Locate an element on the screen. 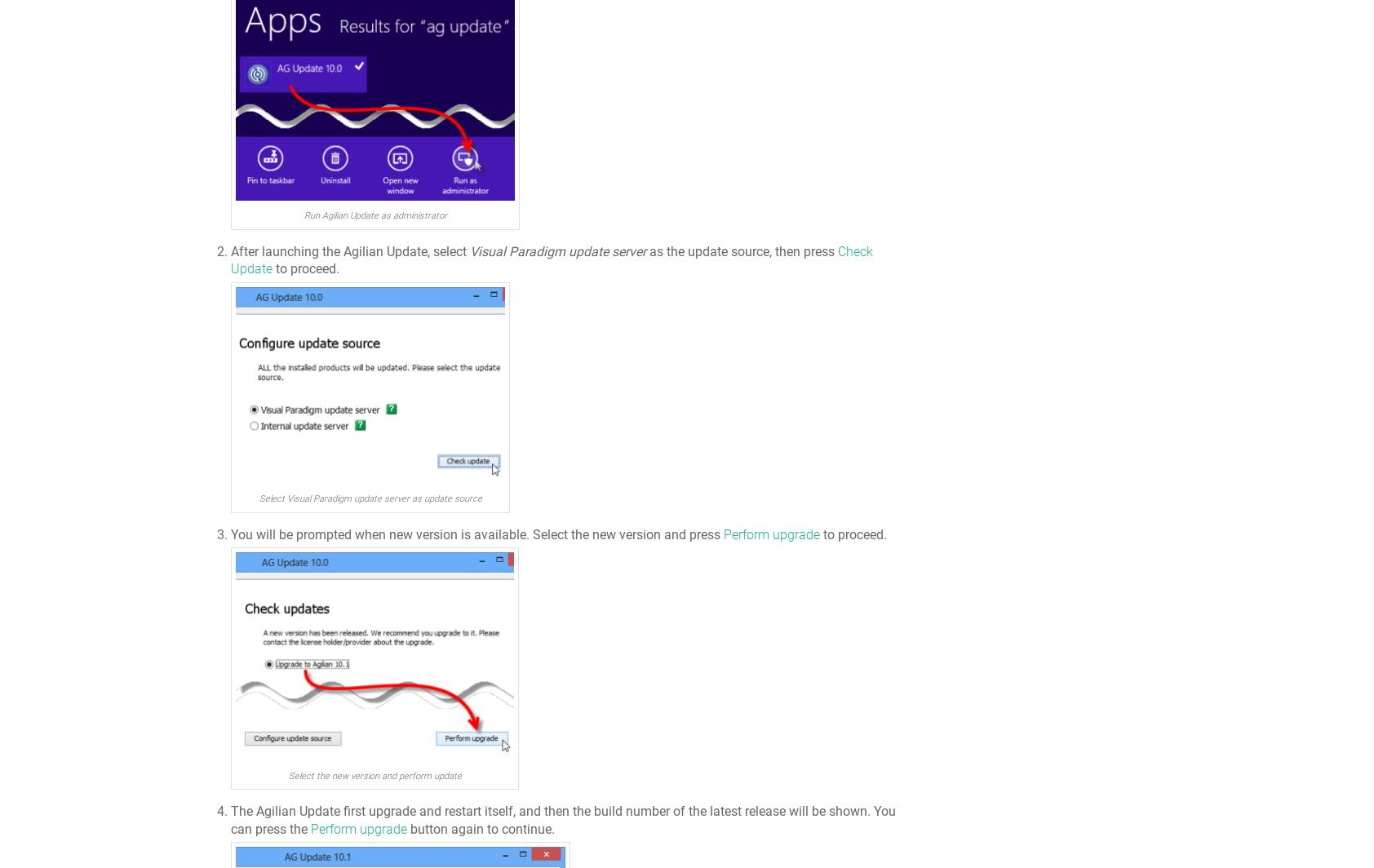 Image resolution: width=1374 pixels, height=868 pixels. 'Run Agilian Update as administrator' is located at coordinates (374, 215).